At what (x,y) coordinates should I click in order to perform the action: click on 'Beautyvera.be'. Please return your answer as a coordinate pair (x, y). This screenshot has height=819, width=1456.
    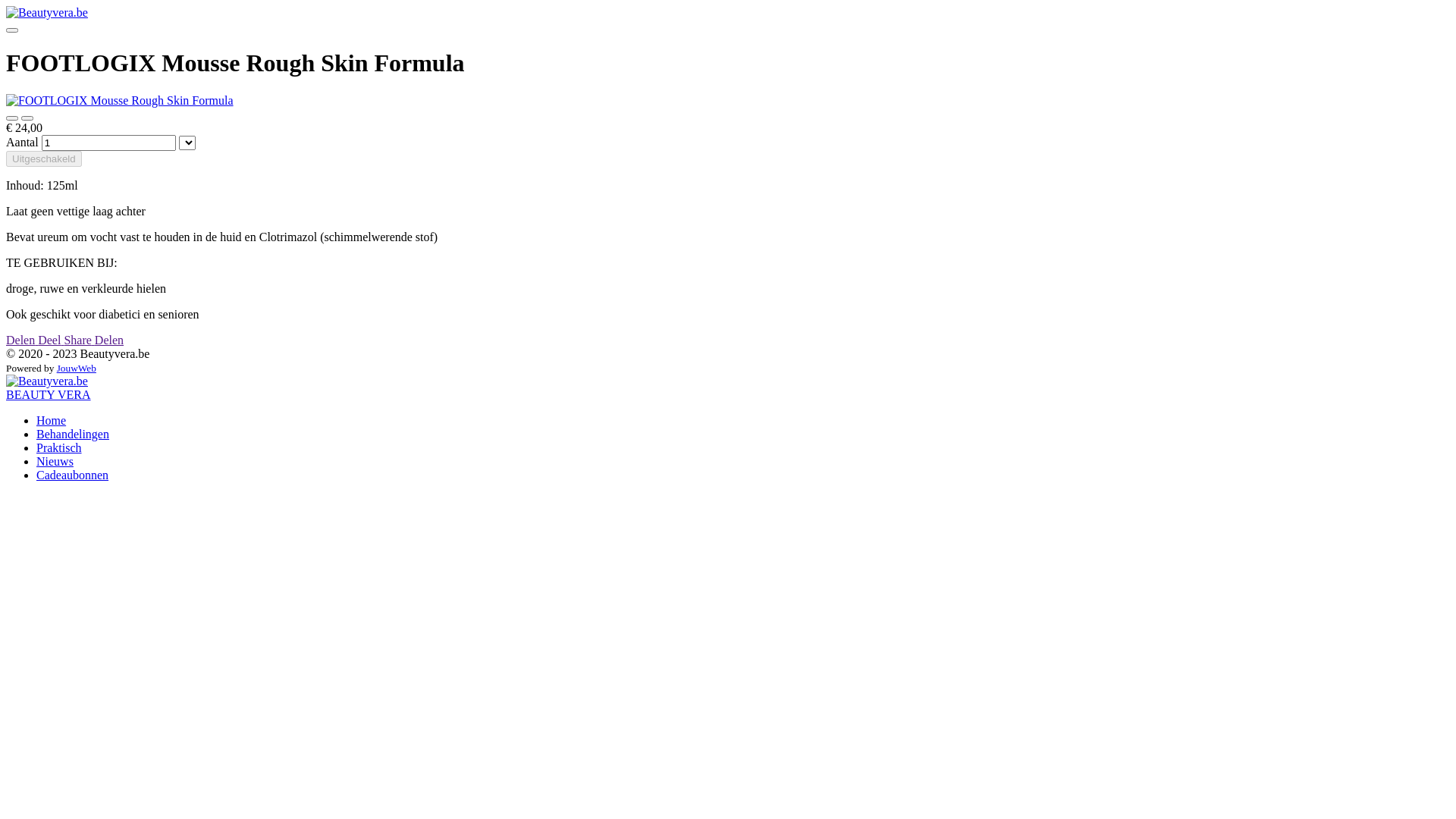
    Looking at the image, I should click on (47, 380).